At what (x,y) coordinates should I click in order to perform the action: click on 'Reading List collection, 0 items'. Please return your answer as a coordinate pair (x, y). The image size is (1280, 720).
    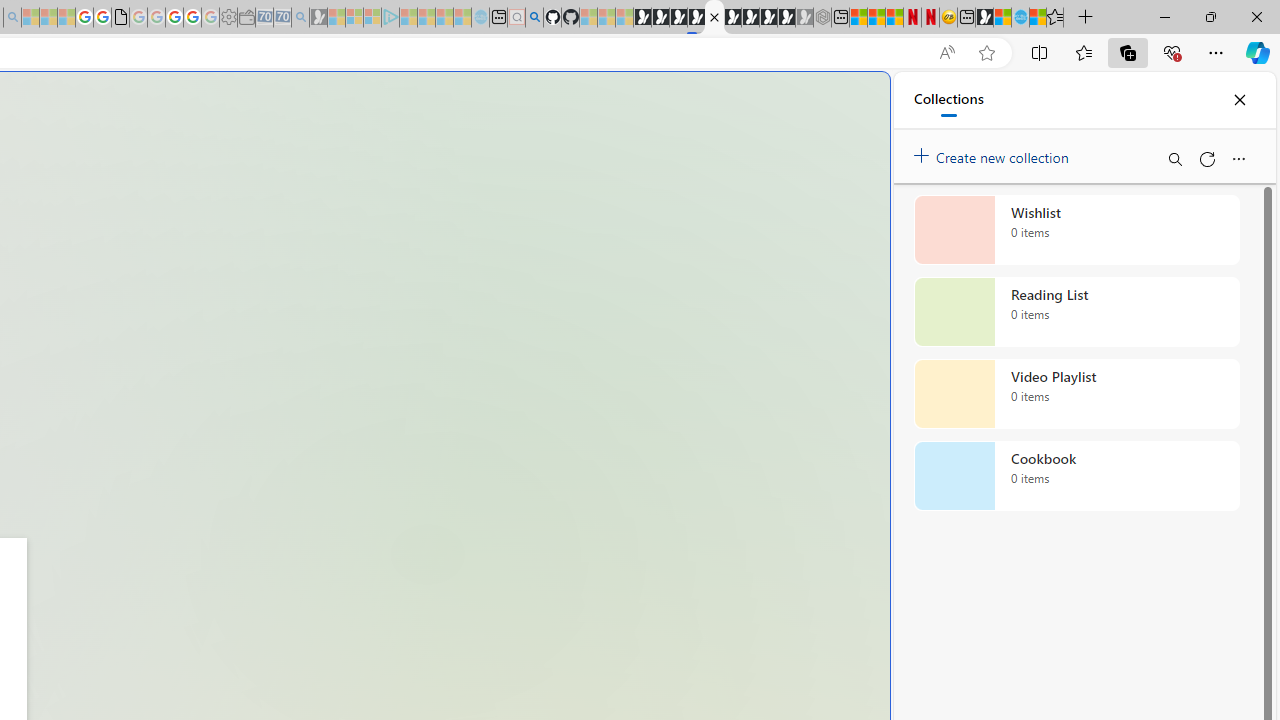
    Looking at the image, I should click on (1076, 312).